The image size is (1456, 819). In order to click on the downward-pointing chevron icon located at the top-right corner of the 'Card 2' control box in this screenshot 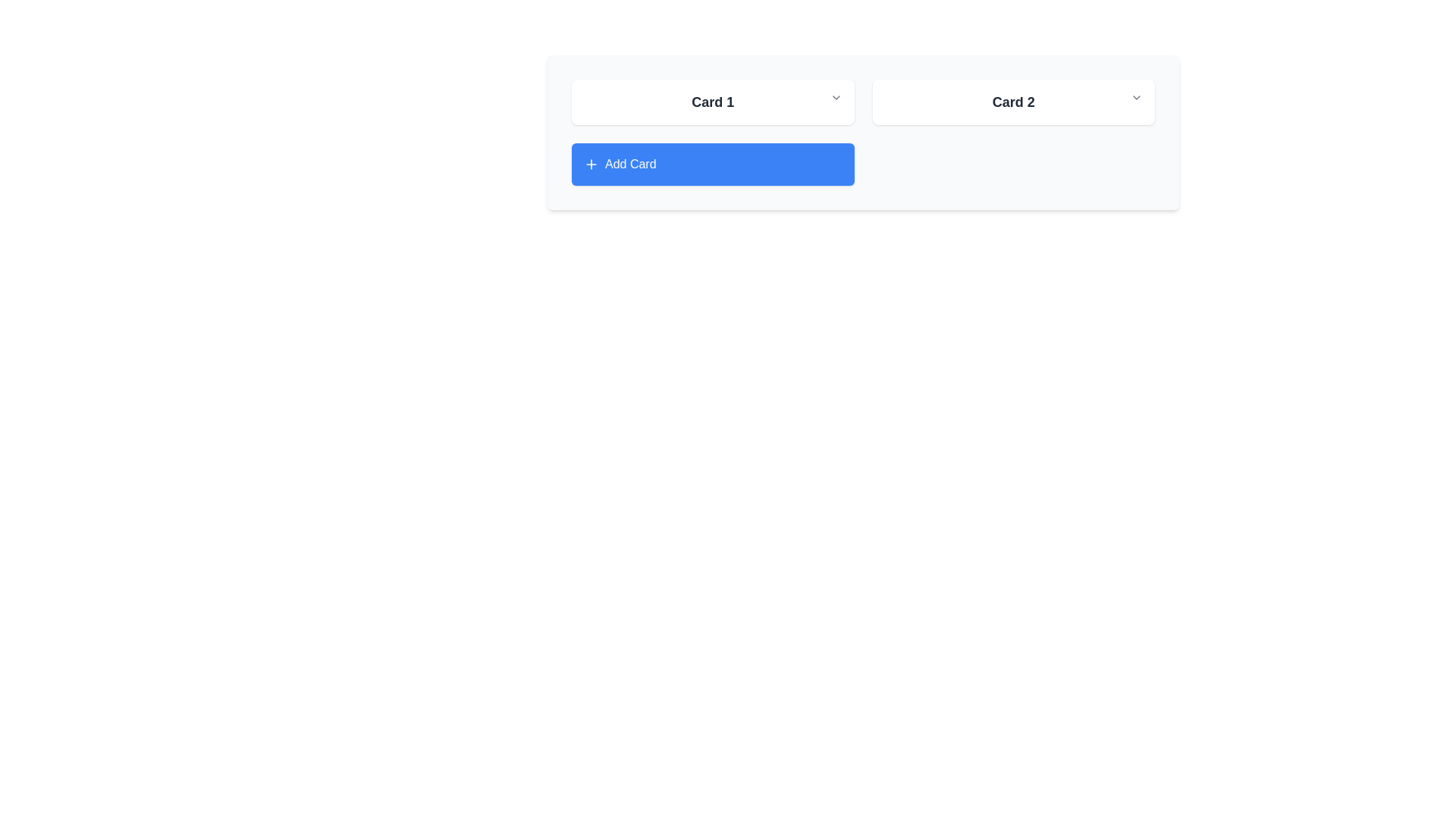, I will do `click(1136, 97)`.